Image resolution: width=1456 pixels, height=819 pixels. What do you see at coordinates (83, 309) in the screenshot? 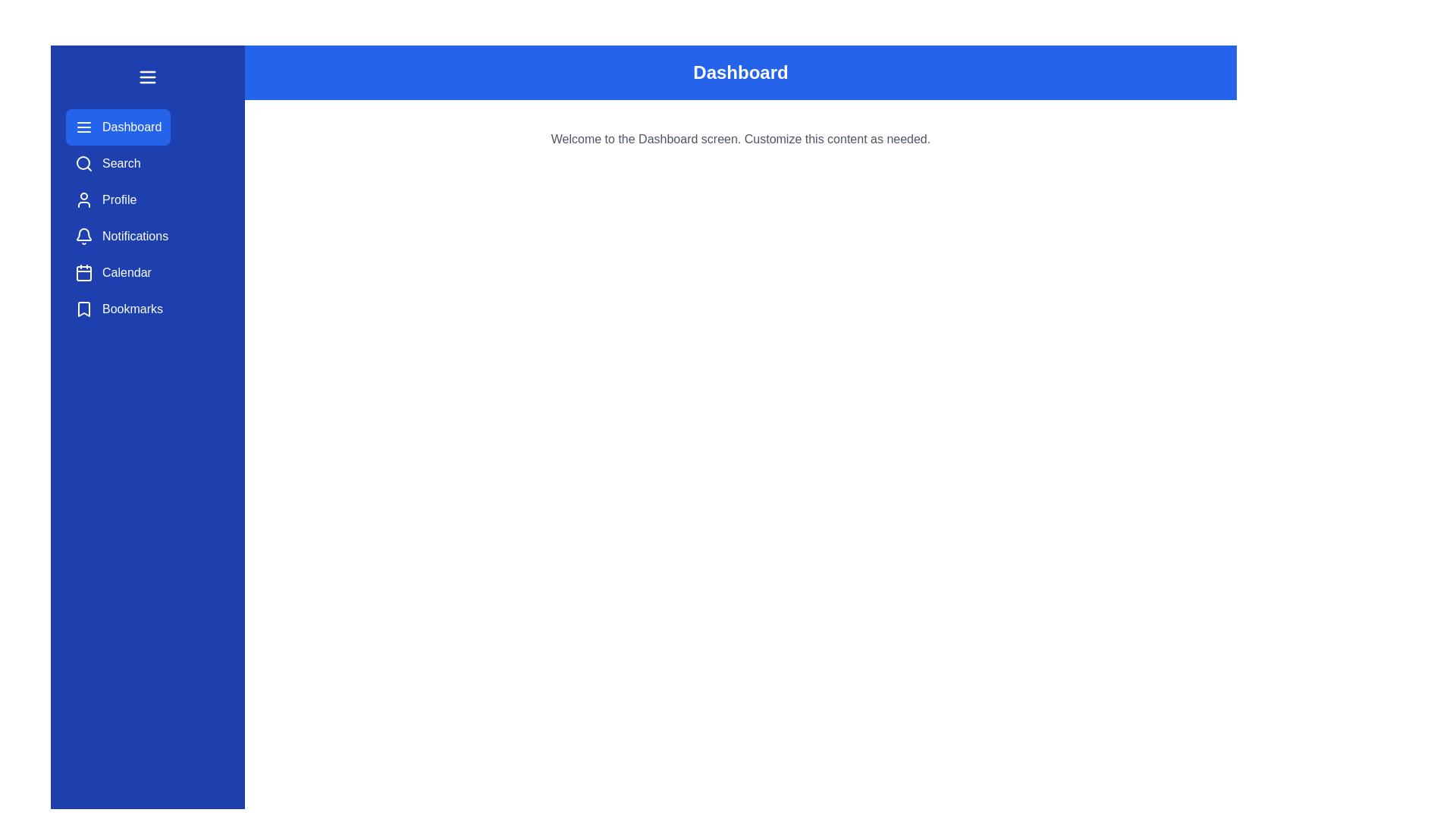
I see `the 'Bookmarks' icon in the sidebar menu` at bounding box center [83, 309].